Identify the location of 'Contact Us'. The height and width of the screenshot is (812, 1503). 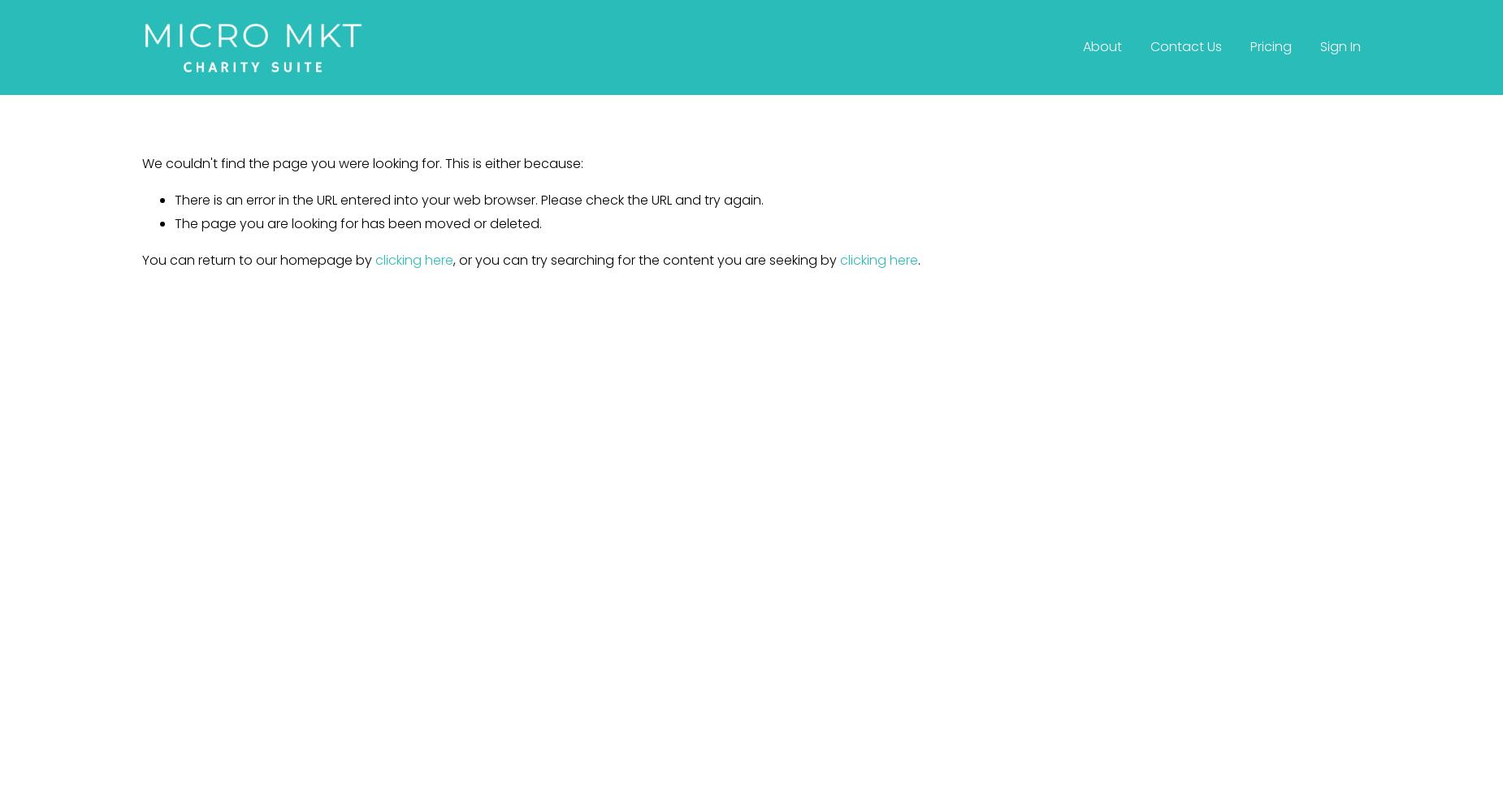
(1185, 46).